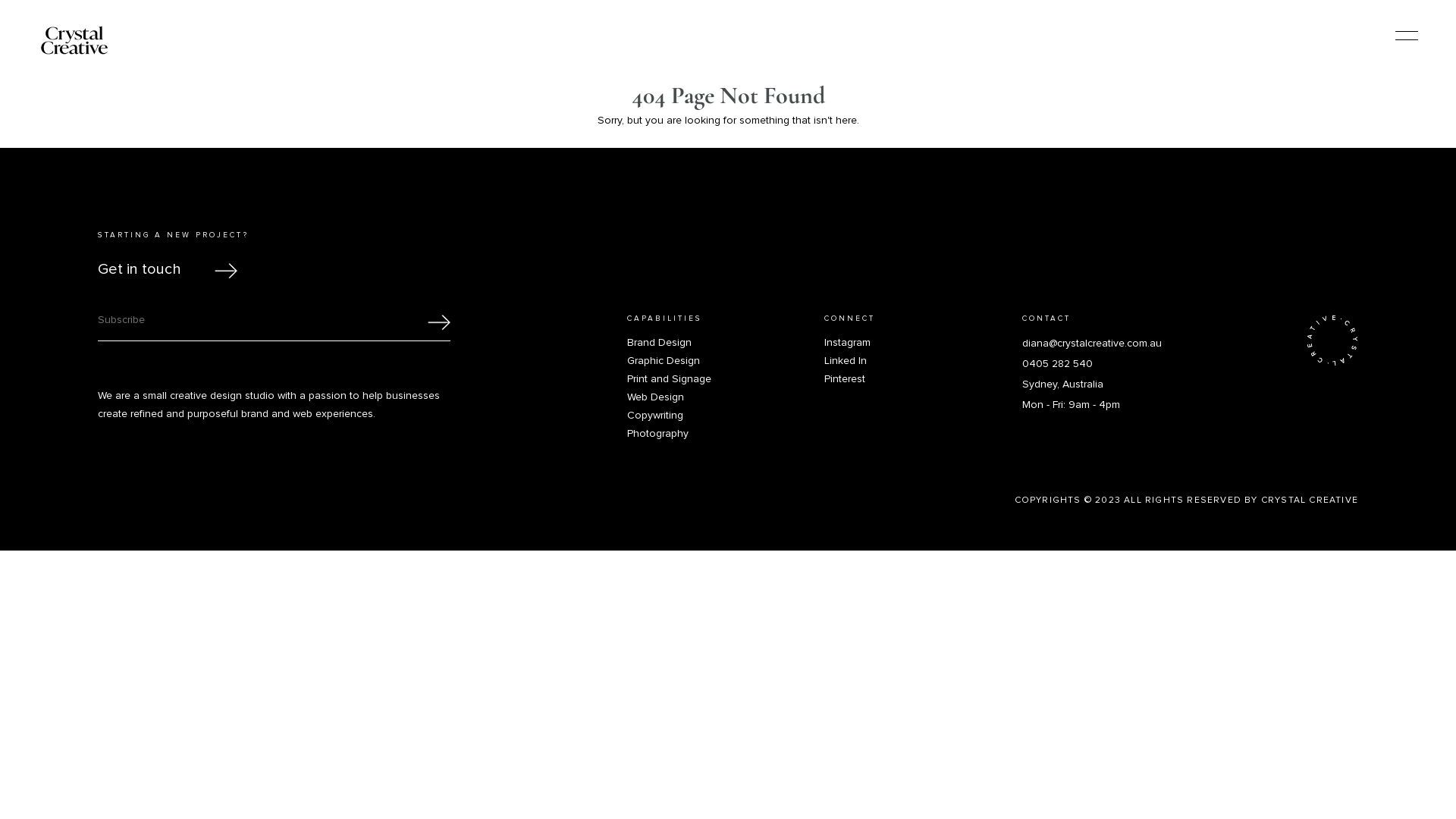 The image size is (1456, 819). Describe the element at coordinates (724, 342) in the screenshot. I see `'Brand Design'` at that location.